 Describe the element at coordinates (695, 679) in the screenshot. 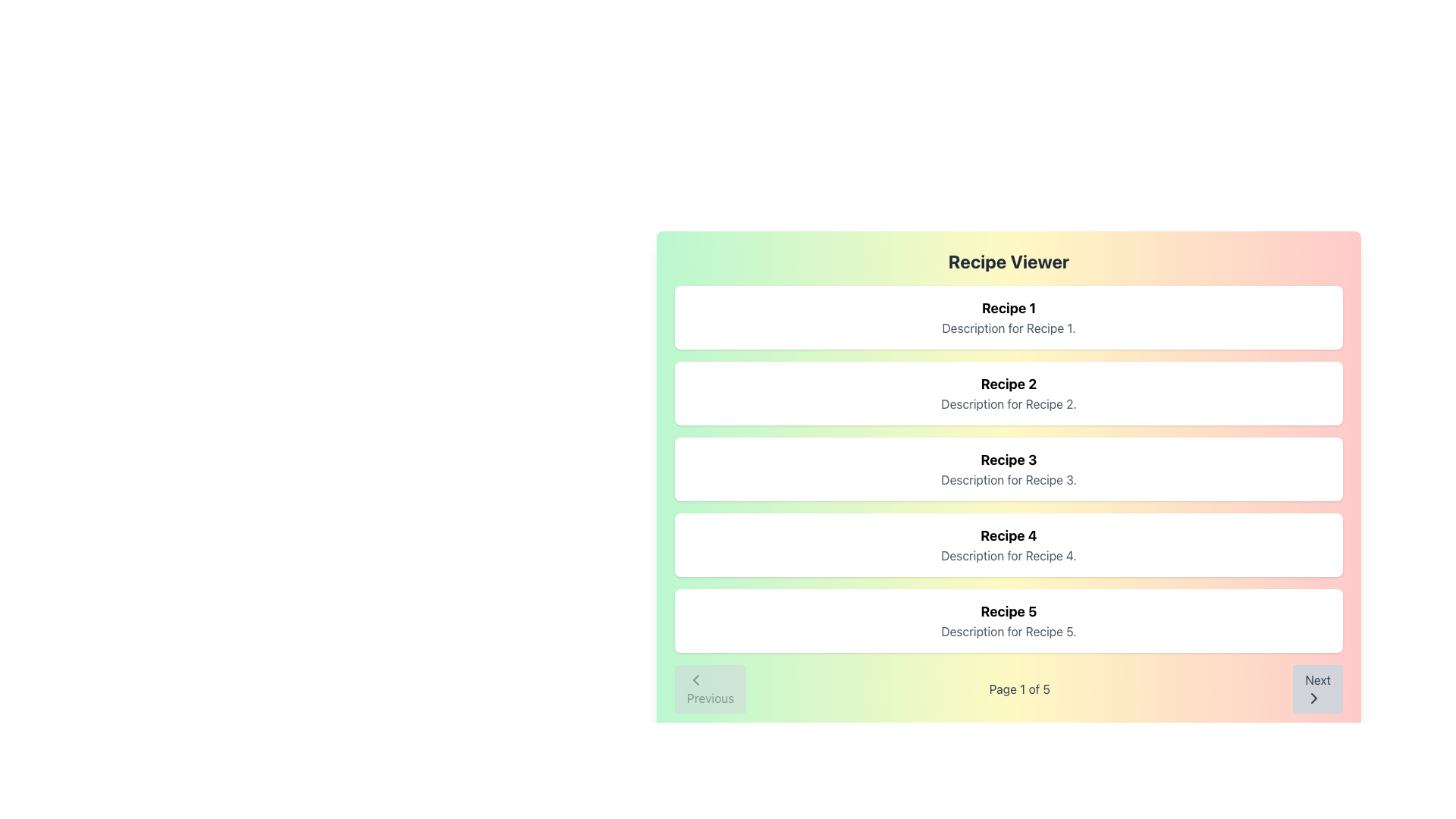

I see `the icon located within the 'Previous' button at the bottom-left corner of the page, adjacent to the 'Previous' label text` at that location.